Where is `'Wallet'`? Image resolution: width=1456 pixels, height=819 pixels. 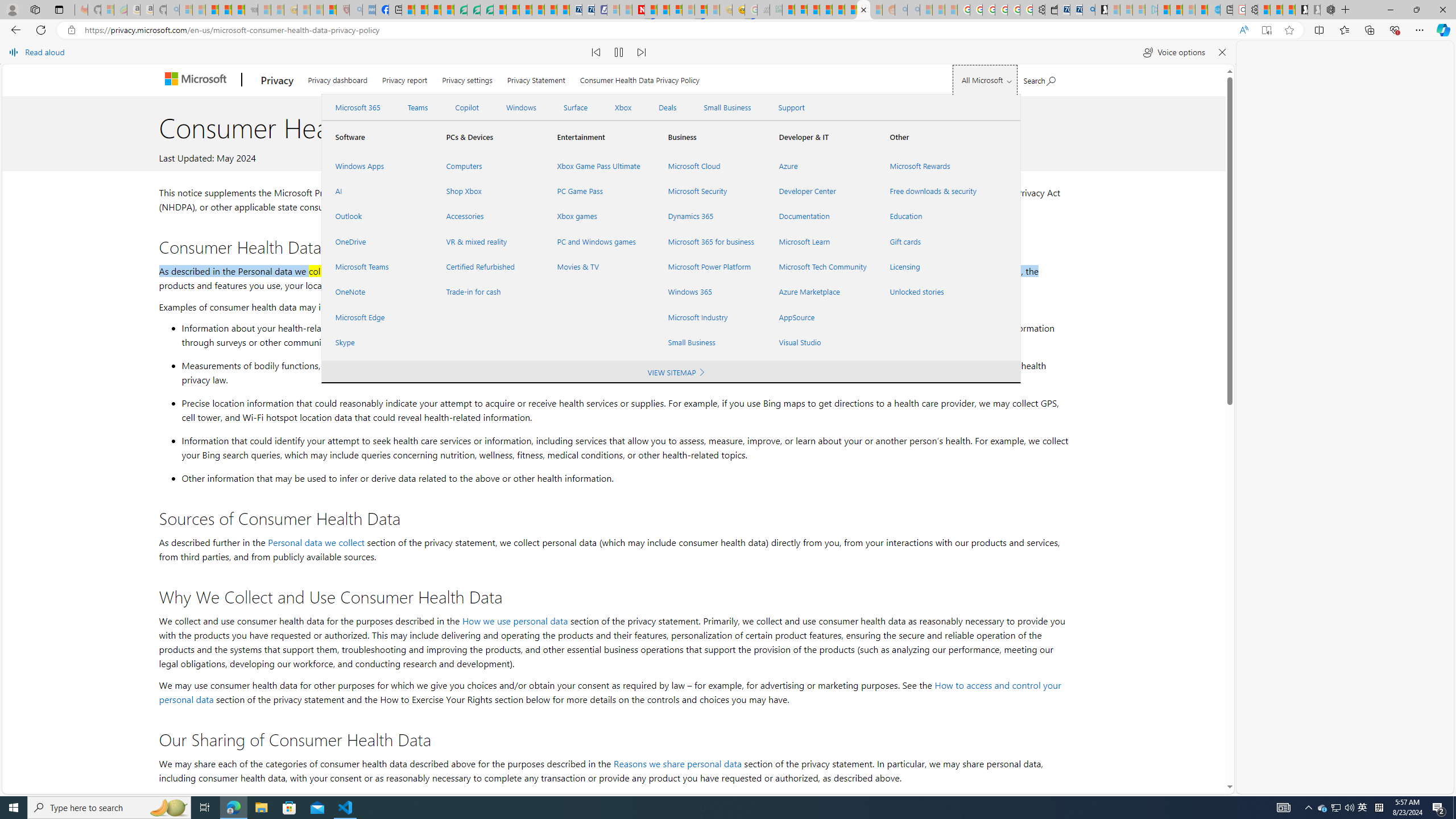
'Wallet' is located at coordinates (1050, 9).